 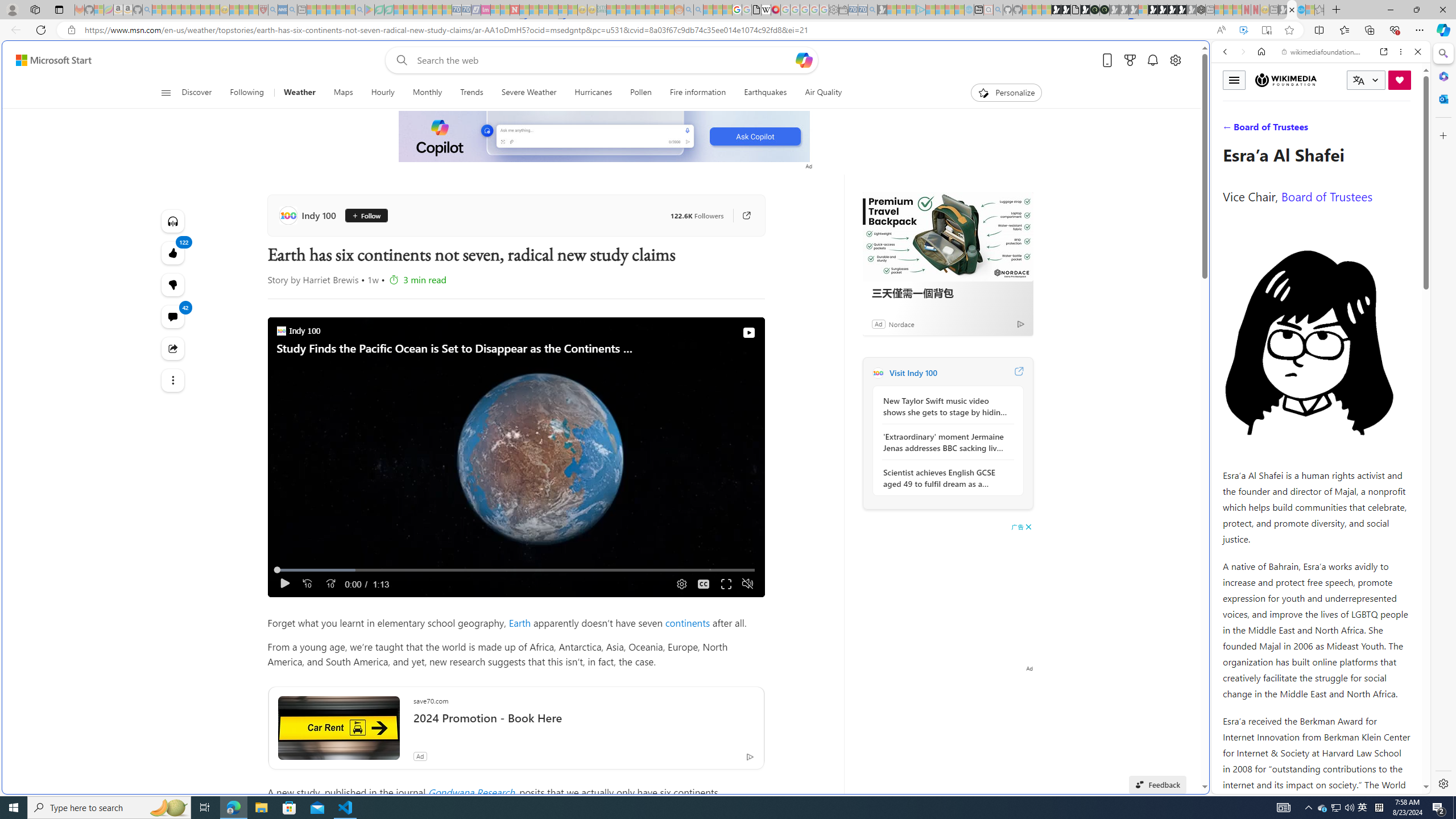 What do you see at coordinates (382, 92) in the screenshot?
I see `'Hourly'` at bounding box center [382, 92].